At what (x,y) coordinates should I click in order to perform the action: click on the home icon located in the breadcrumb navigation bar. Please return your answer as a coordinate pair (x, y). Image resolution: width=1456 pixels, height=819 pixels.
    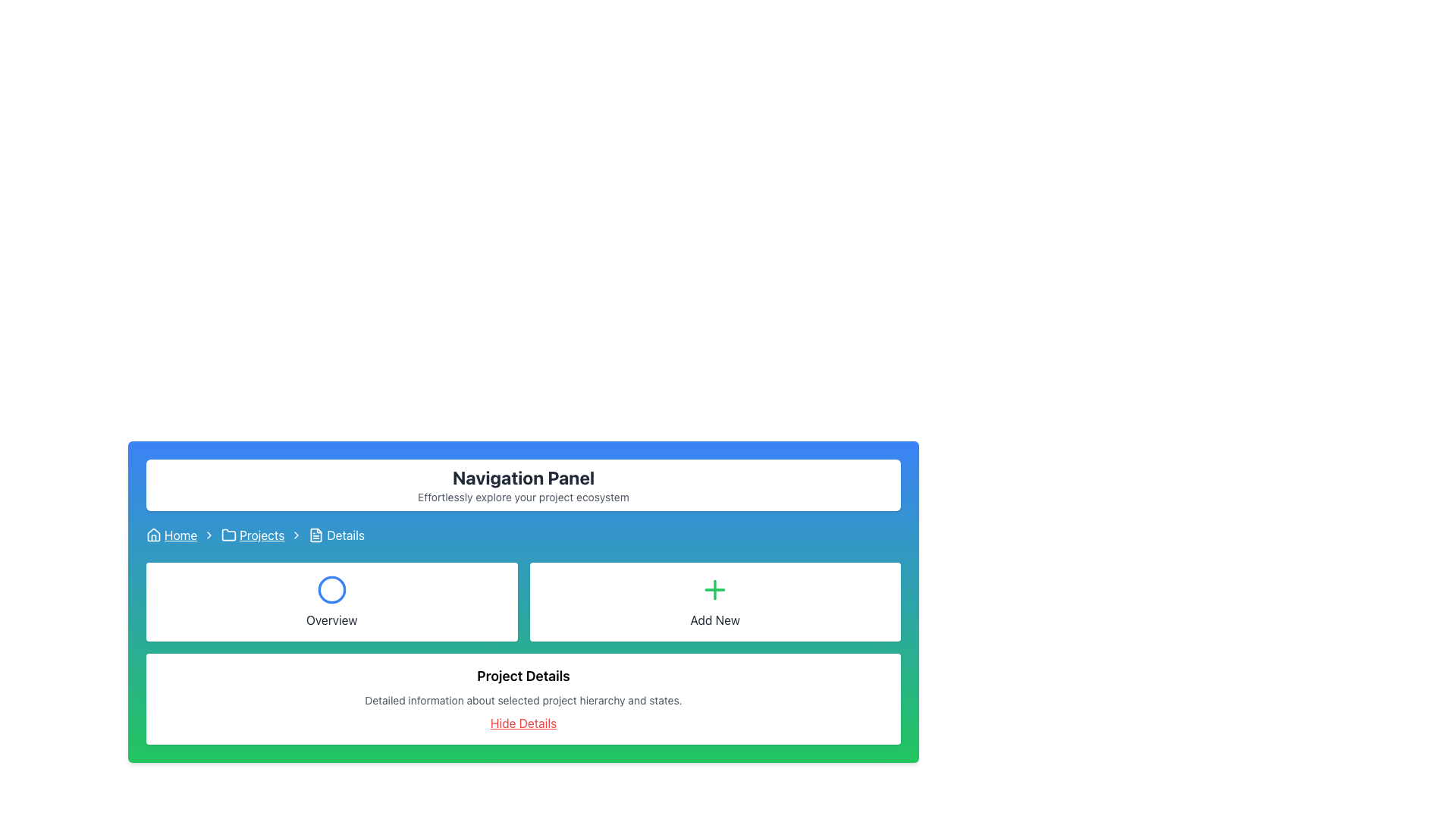
    Looking at the image, I should click on (153, 534).